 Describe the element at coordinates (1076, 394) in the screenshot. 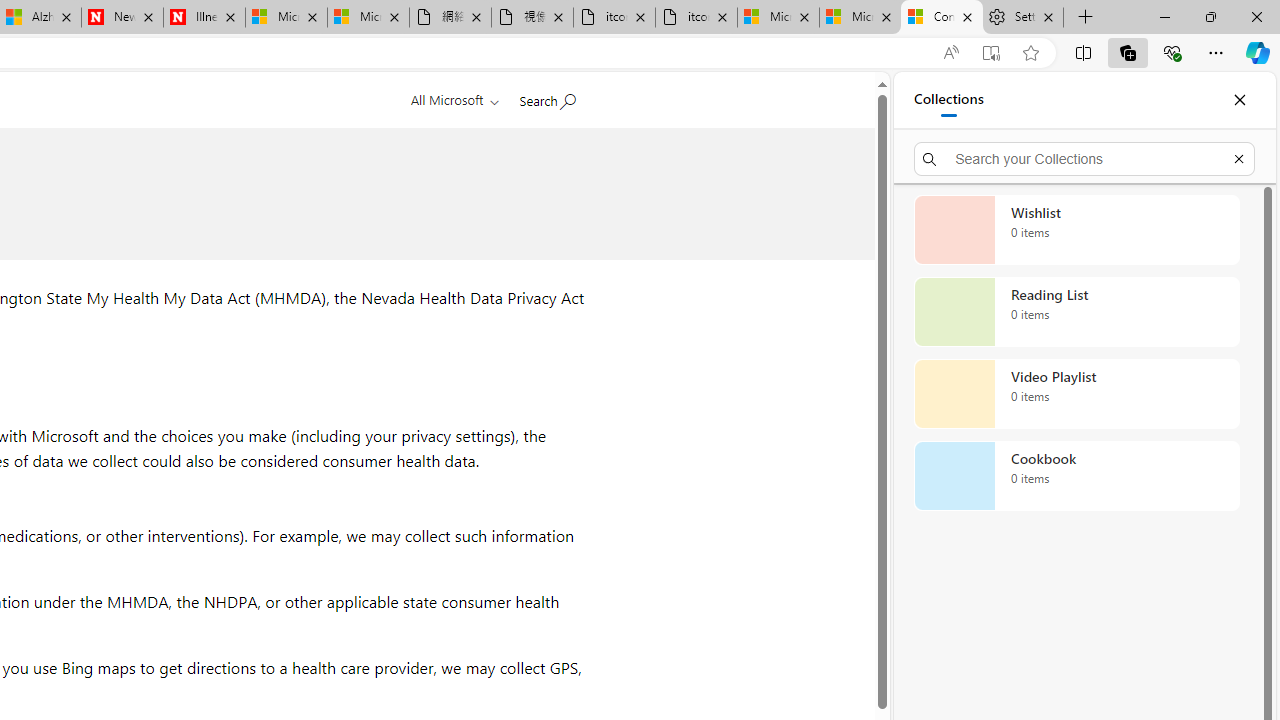

I see `'Video Playlist collection, 0 items'` at that location.